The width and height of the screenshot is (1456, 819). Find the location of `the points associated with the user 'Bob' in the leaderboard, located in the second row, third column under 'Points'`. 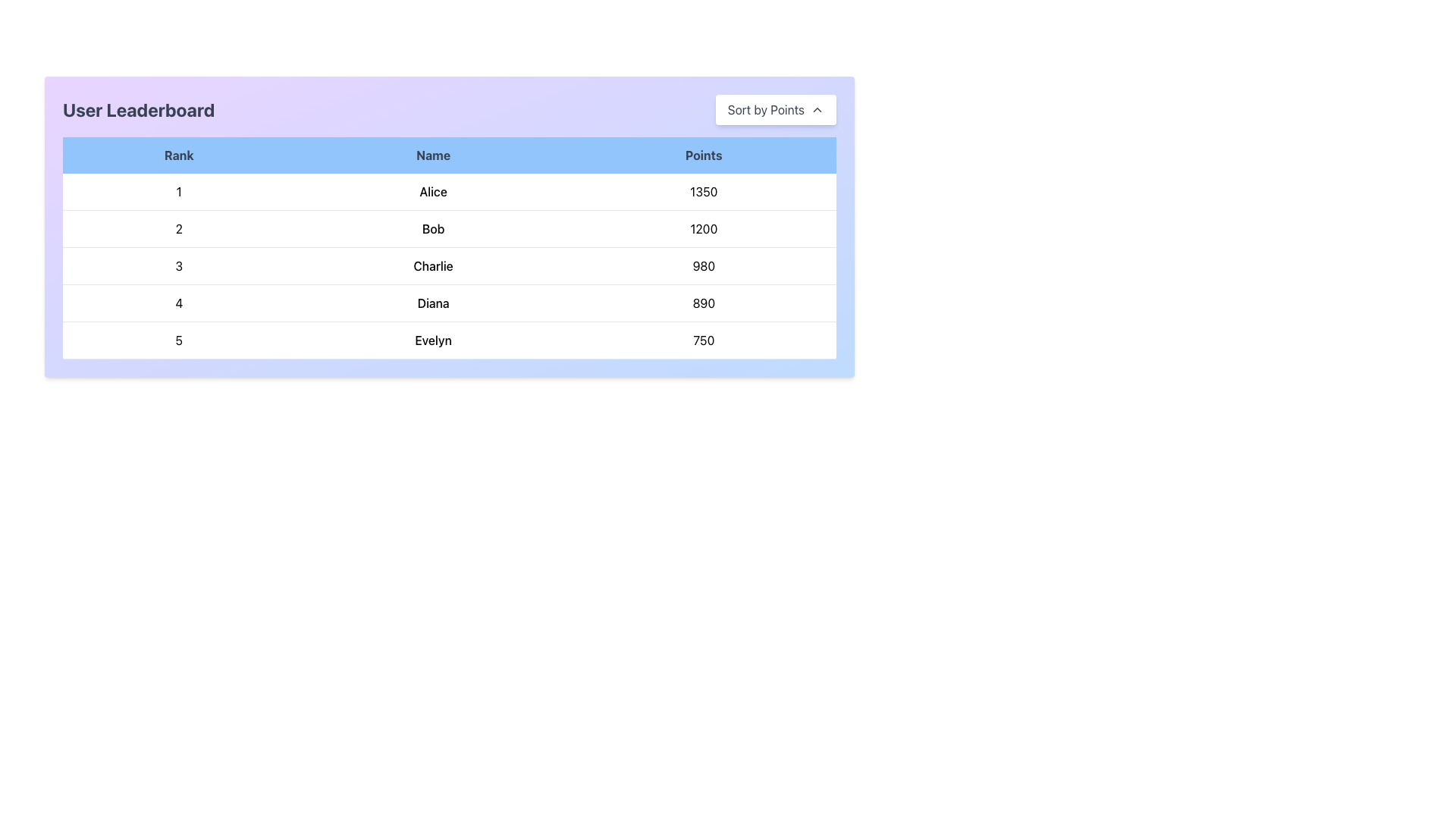

the points associated with the user 'Bob' in the leaderboard, located in the second row, third column under 'Points' is located at coordinates (703, 228).